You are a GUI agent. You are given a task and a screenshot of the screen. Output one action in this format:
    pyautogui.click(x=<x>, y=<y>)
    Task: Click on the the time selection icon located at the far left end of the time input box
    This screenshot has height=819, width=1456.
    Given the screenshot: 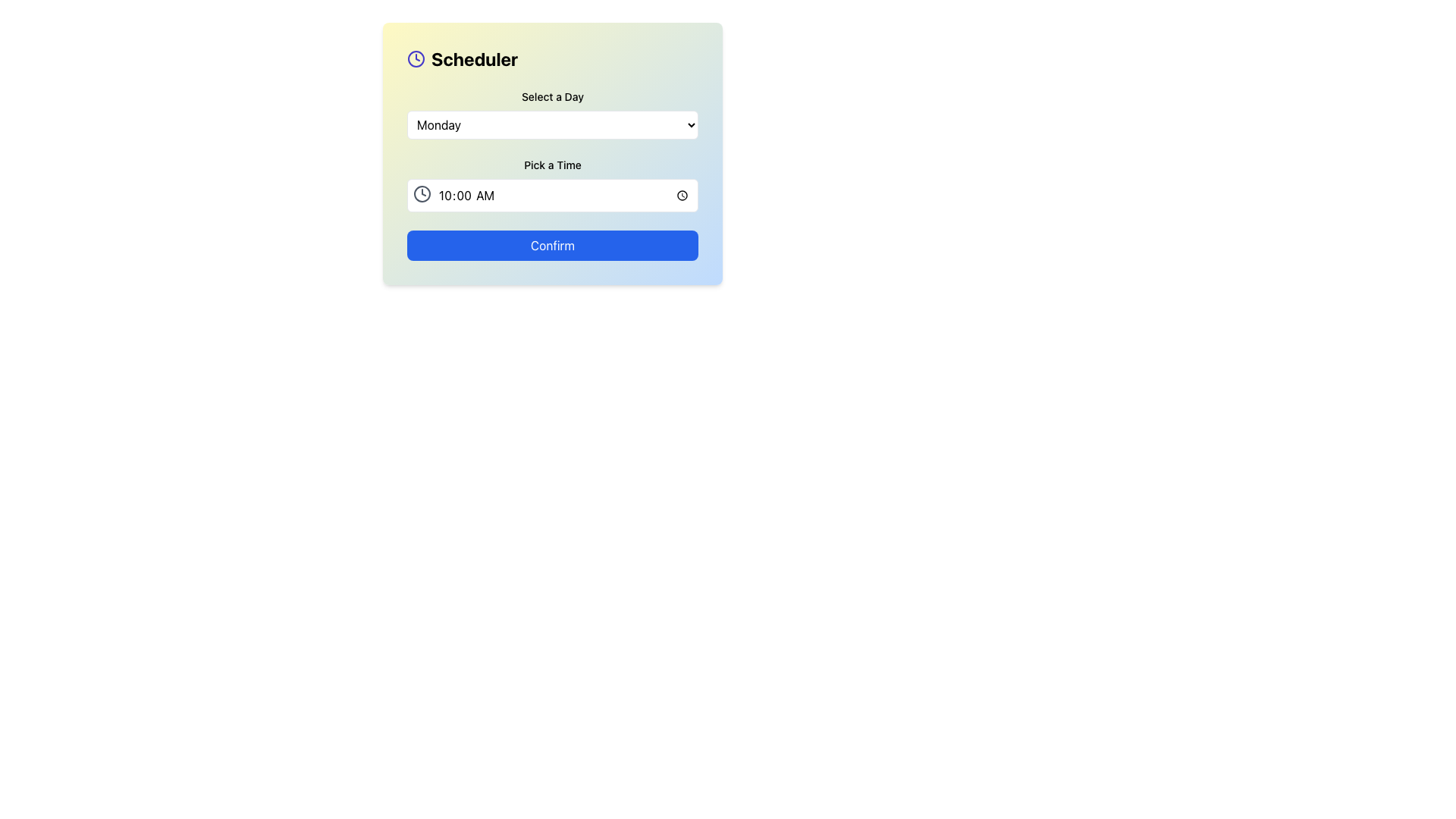 What is the action you would take?
    pyautogui.click(x=422, y=193)
    